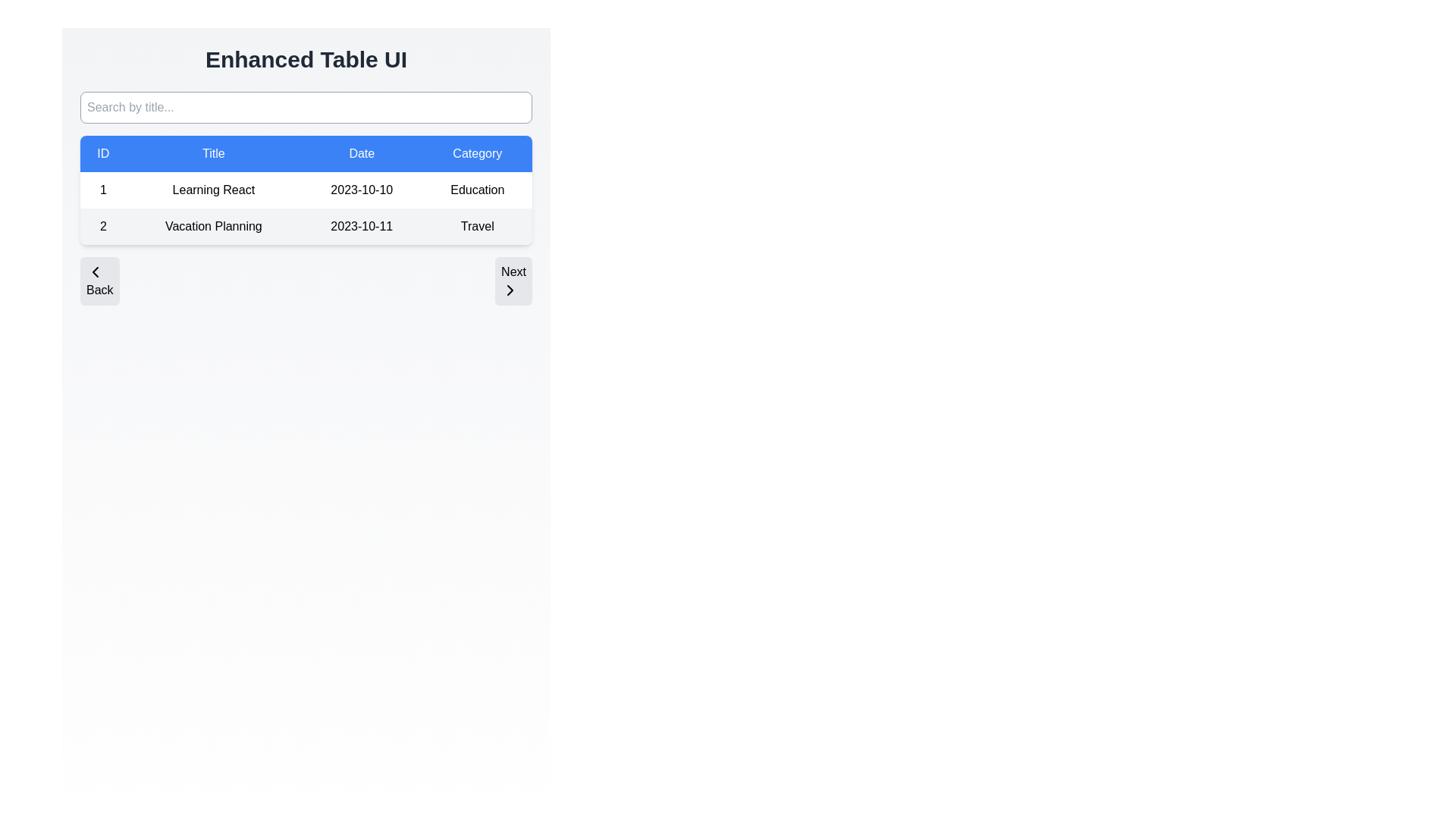 The image size is (1456, 819). Describe the element at coordinates (102, 154) in the screenshot. I see `the 'ID' text label, which is the first column header in the table header row, displayed in white text on a blue background` at that location.